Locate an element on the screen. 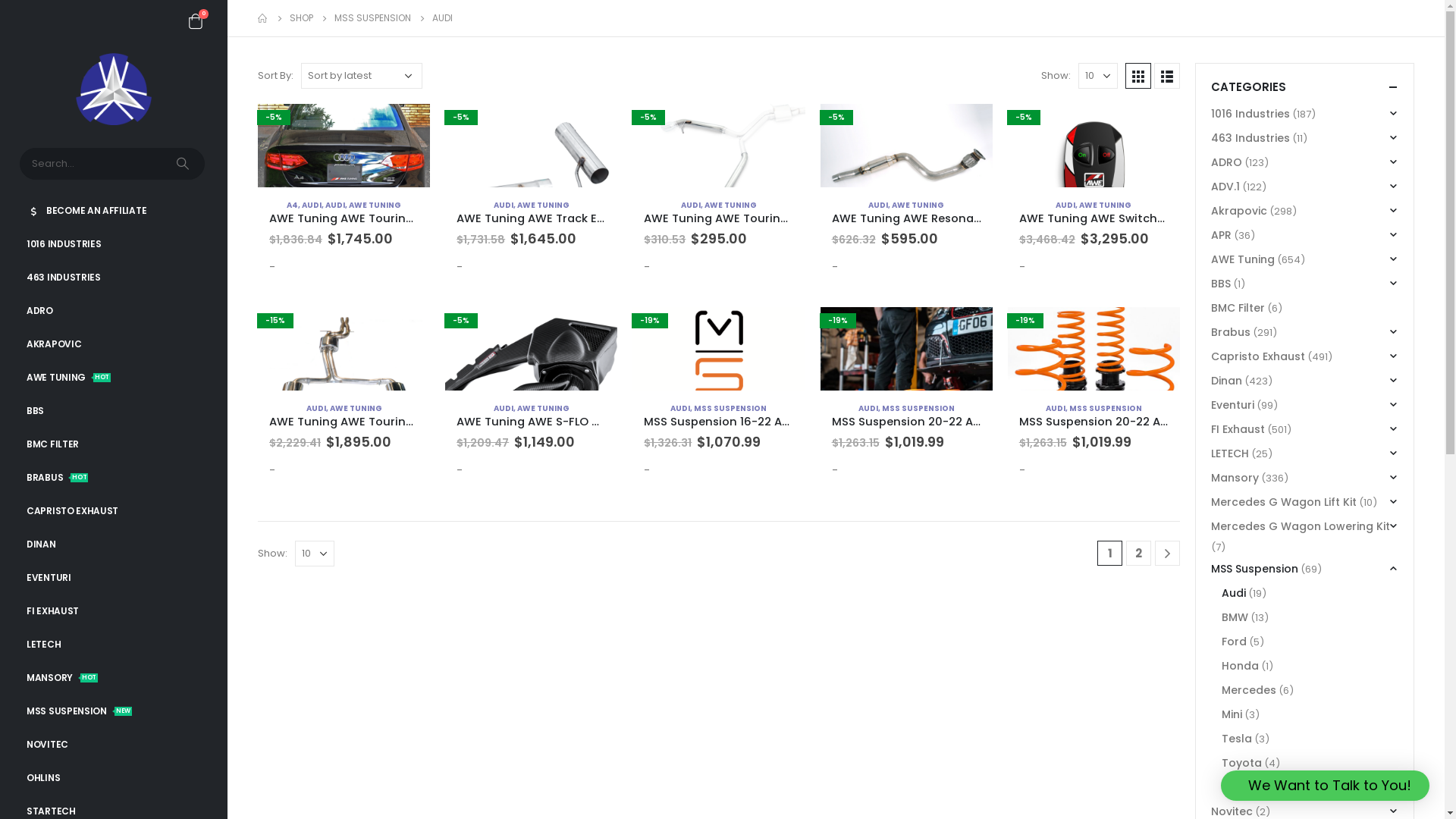  'BRABUSHOT' is located at coordinates (112, 478).